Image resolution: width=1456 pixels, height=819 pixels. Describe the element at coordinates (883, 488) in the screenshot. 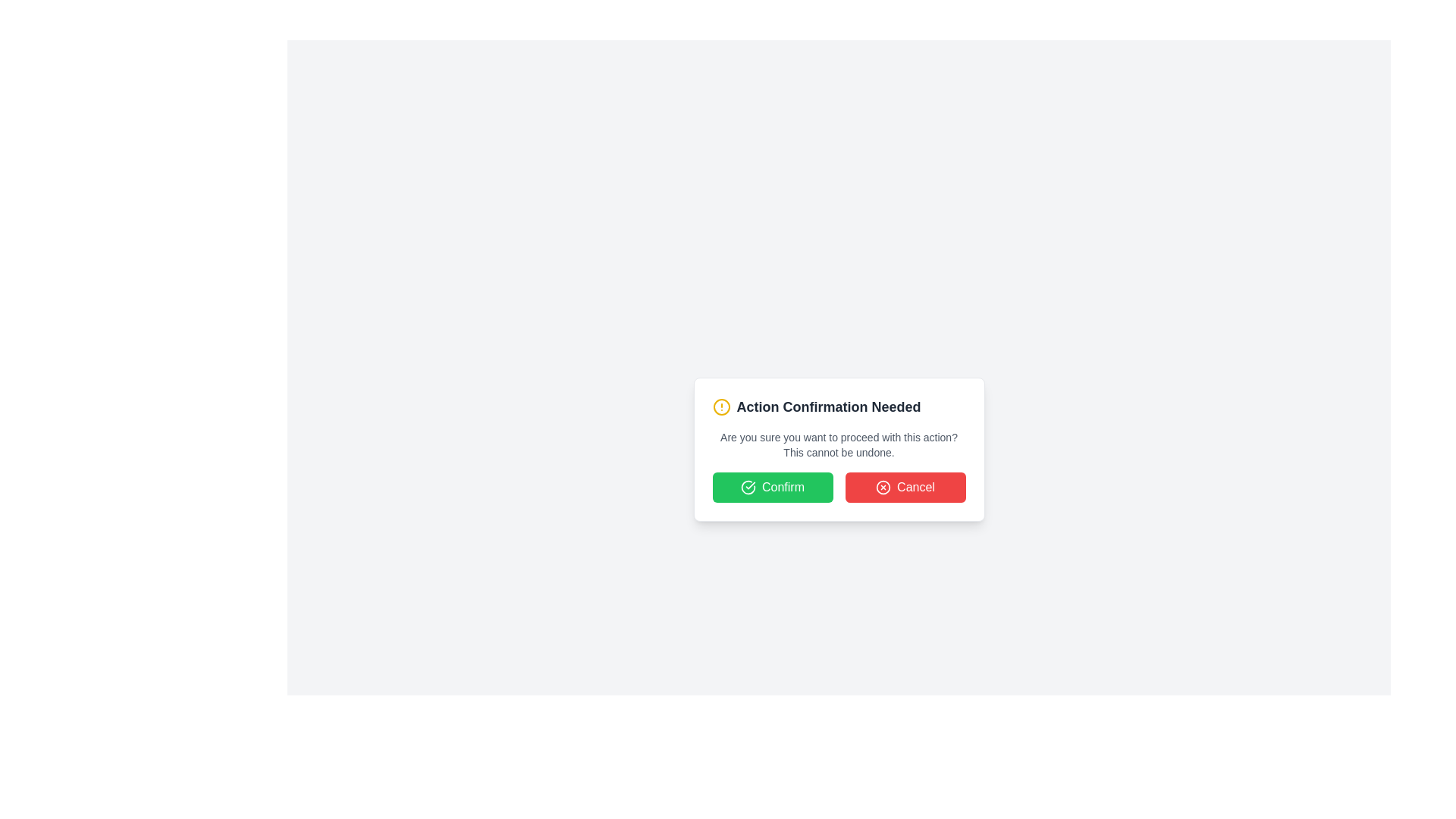

I see `the 'Cancel' icon located to the left of the 'Cancel' button within the red button component at the bottom right of the modal dialog` at that location.